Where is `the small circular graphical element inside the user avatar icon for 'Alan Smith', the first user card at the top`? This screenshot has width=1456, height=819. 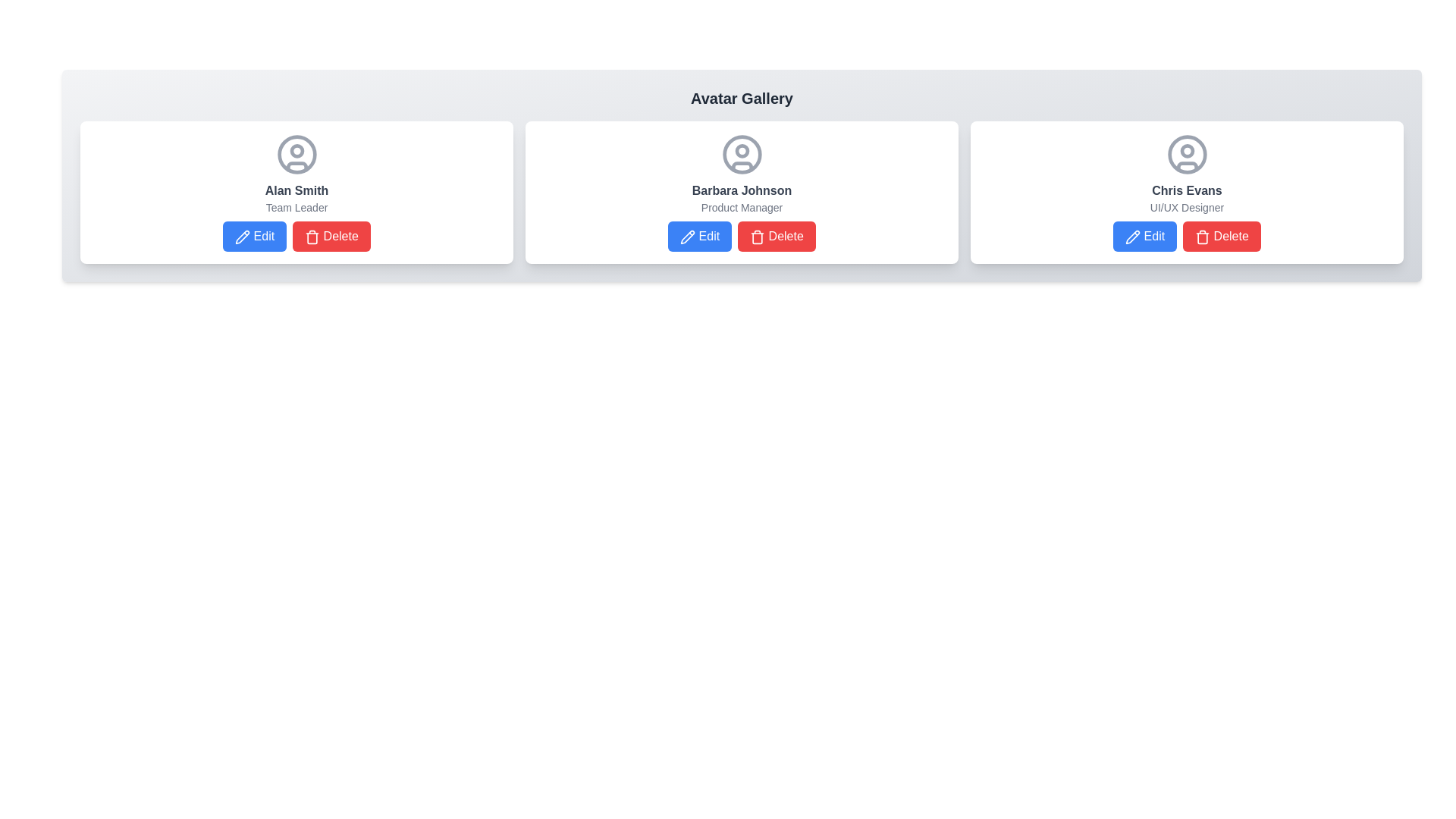
the small circular graphical element inside the user avatar icon for 'Alan Smith', the first user card at the top is located at coordinates (297, 151).